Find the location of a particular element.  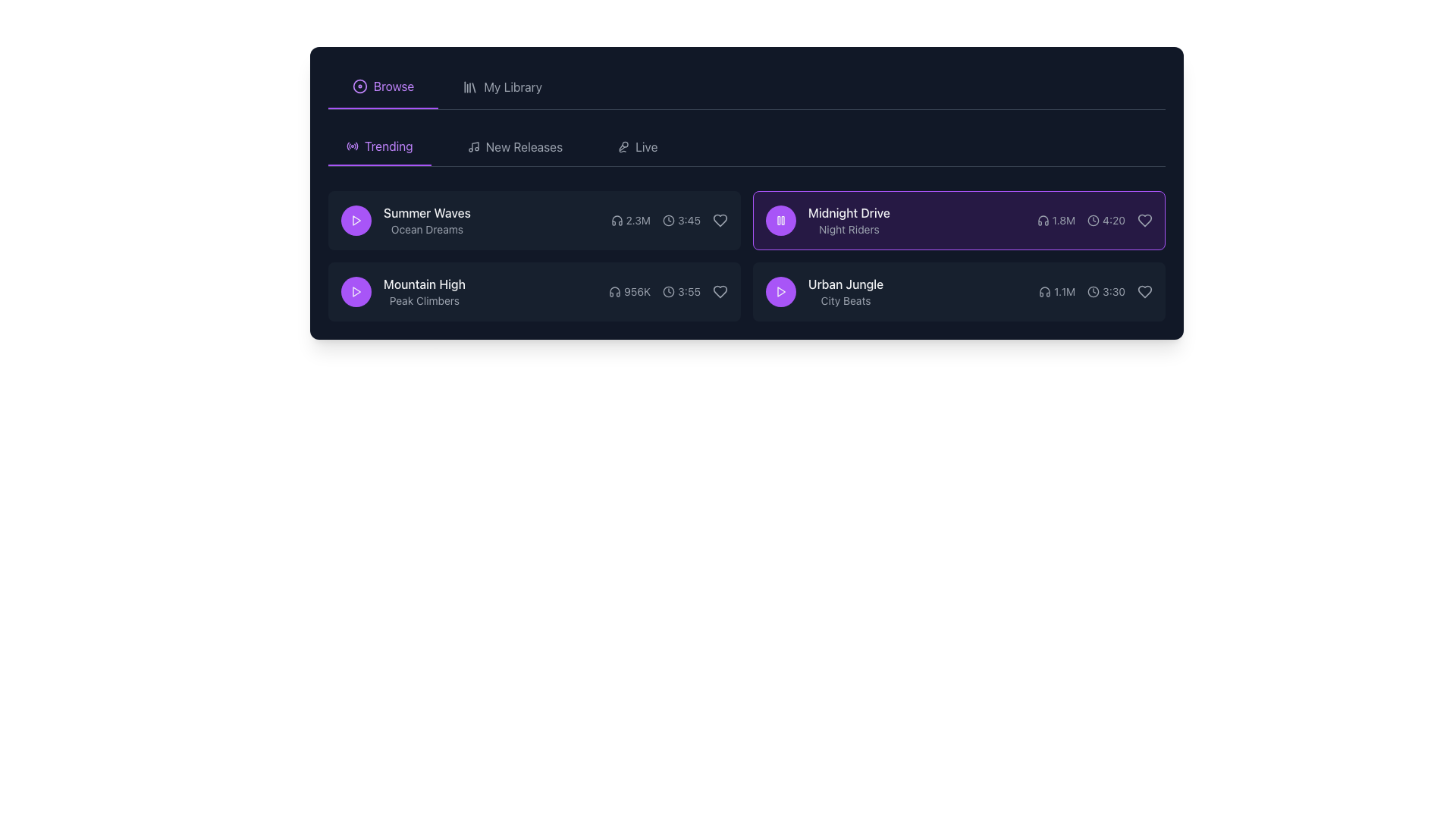

the pause button icon which is represented by a narrow vertical rectangular bar with rounded corners located to the left side of the icon, centered vertically and horizontally within it is located at coordinates (779, 220).